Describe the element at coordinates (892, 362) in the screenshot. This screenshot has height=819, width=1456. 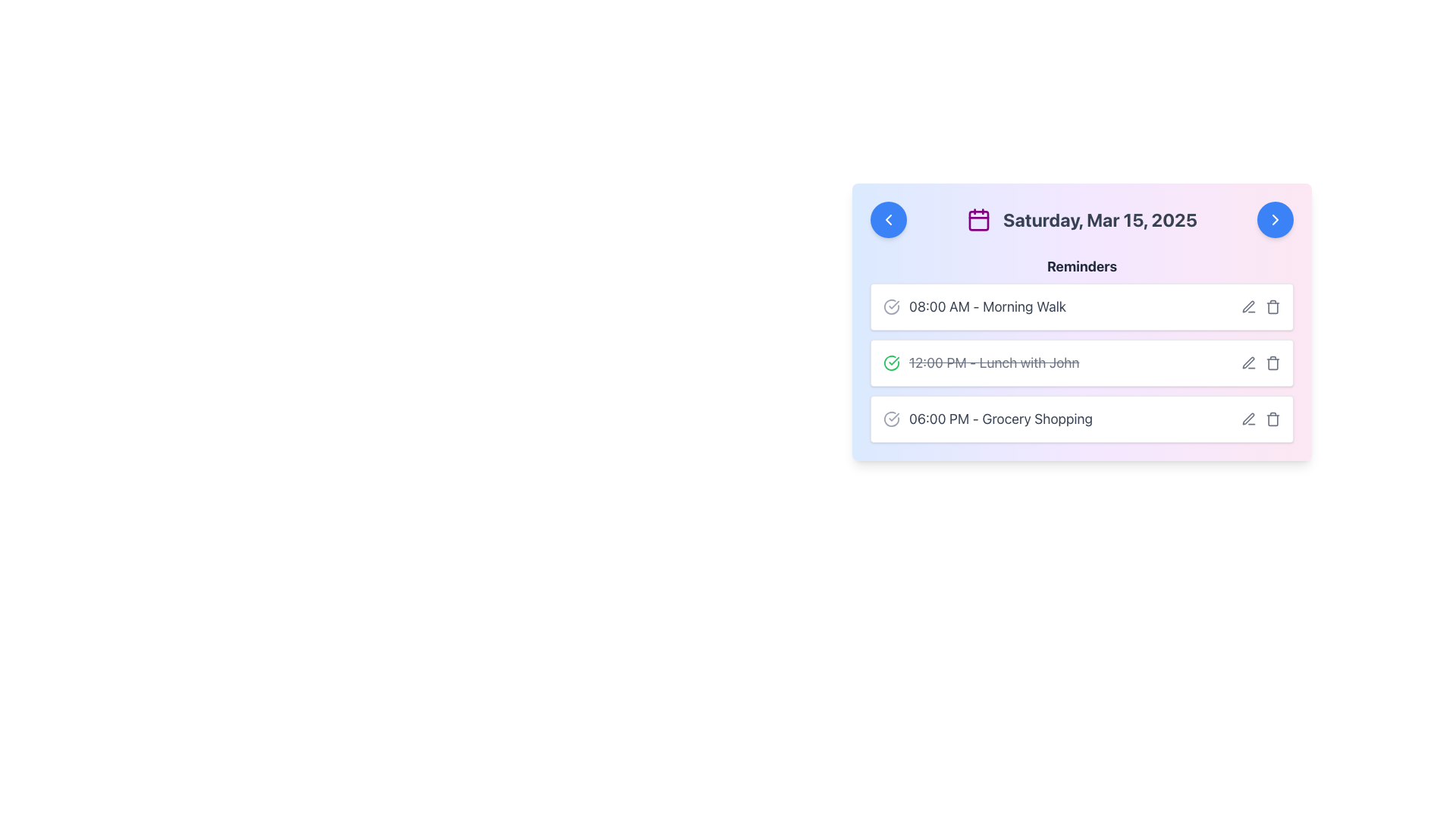
I see `the completion icon for the task '12:00 PM - Lunch with John'` at that location.